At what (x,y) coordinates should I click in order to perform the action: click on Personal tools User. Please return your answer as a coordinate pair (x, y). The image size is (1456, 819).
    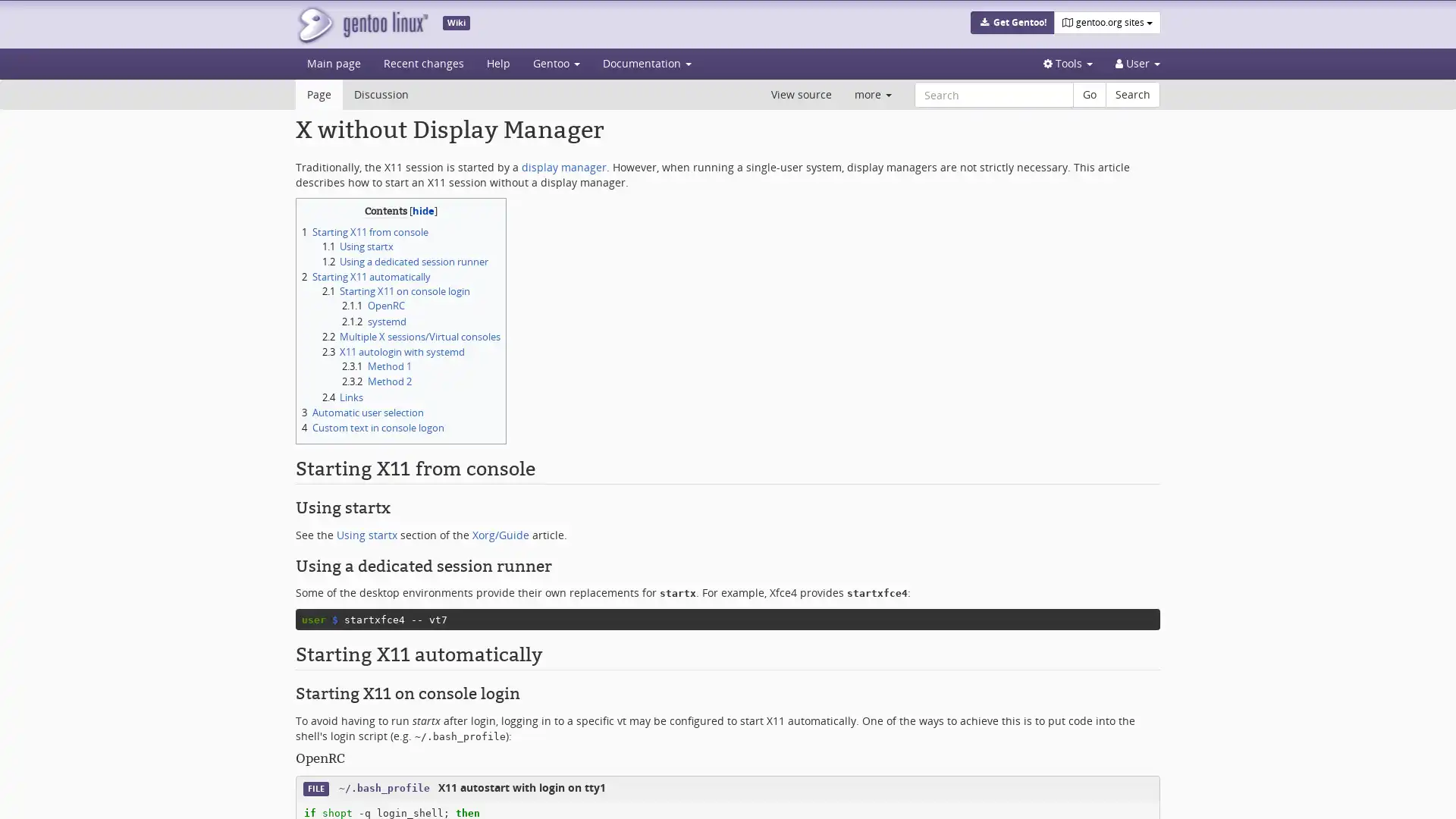
    Looking at the image, I should click on (1137, 63).